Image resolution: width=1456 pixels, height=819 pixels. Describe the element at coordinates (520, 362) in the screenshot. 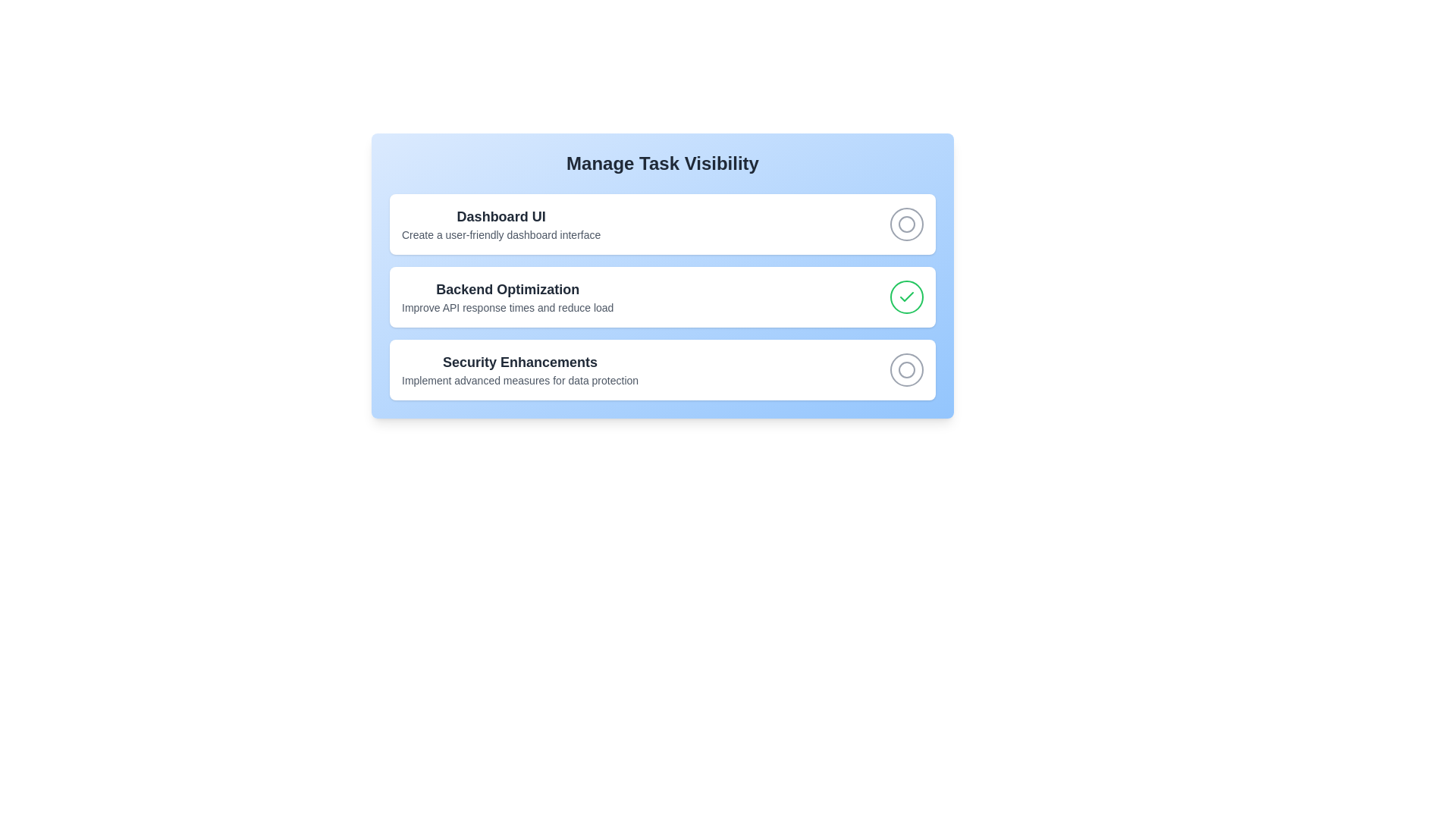

I see `the bold header text titled 'Security Enhancements' which is positioned at the top of the section under 'Manage Task Visibility'` at that location.